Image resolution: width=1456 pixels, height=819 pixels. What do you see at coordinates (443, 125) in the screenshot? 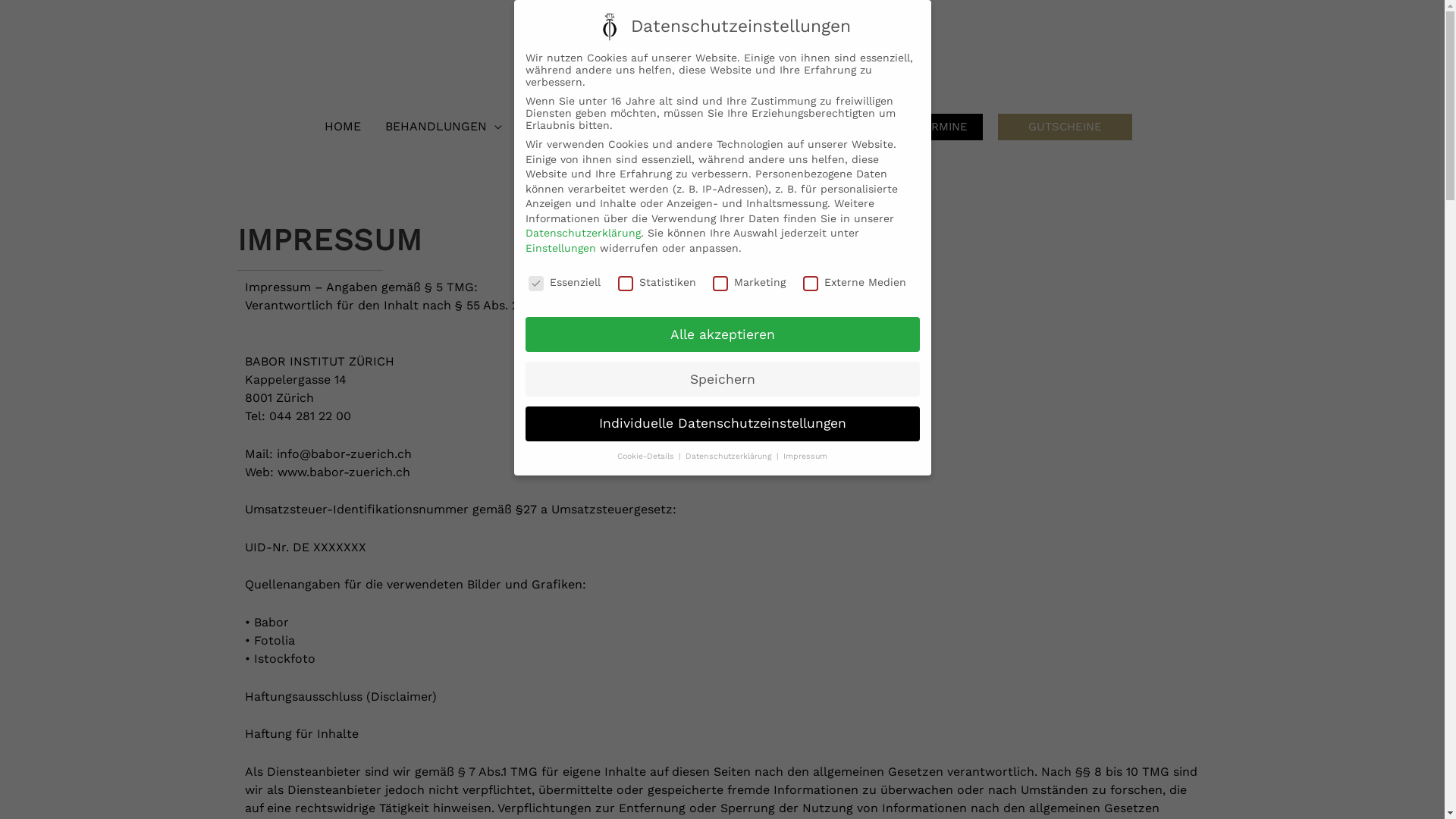
I see `'BEHANDLUNGEN'` at bounding box center [443, 125].